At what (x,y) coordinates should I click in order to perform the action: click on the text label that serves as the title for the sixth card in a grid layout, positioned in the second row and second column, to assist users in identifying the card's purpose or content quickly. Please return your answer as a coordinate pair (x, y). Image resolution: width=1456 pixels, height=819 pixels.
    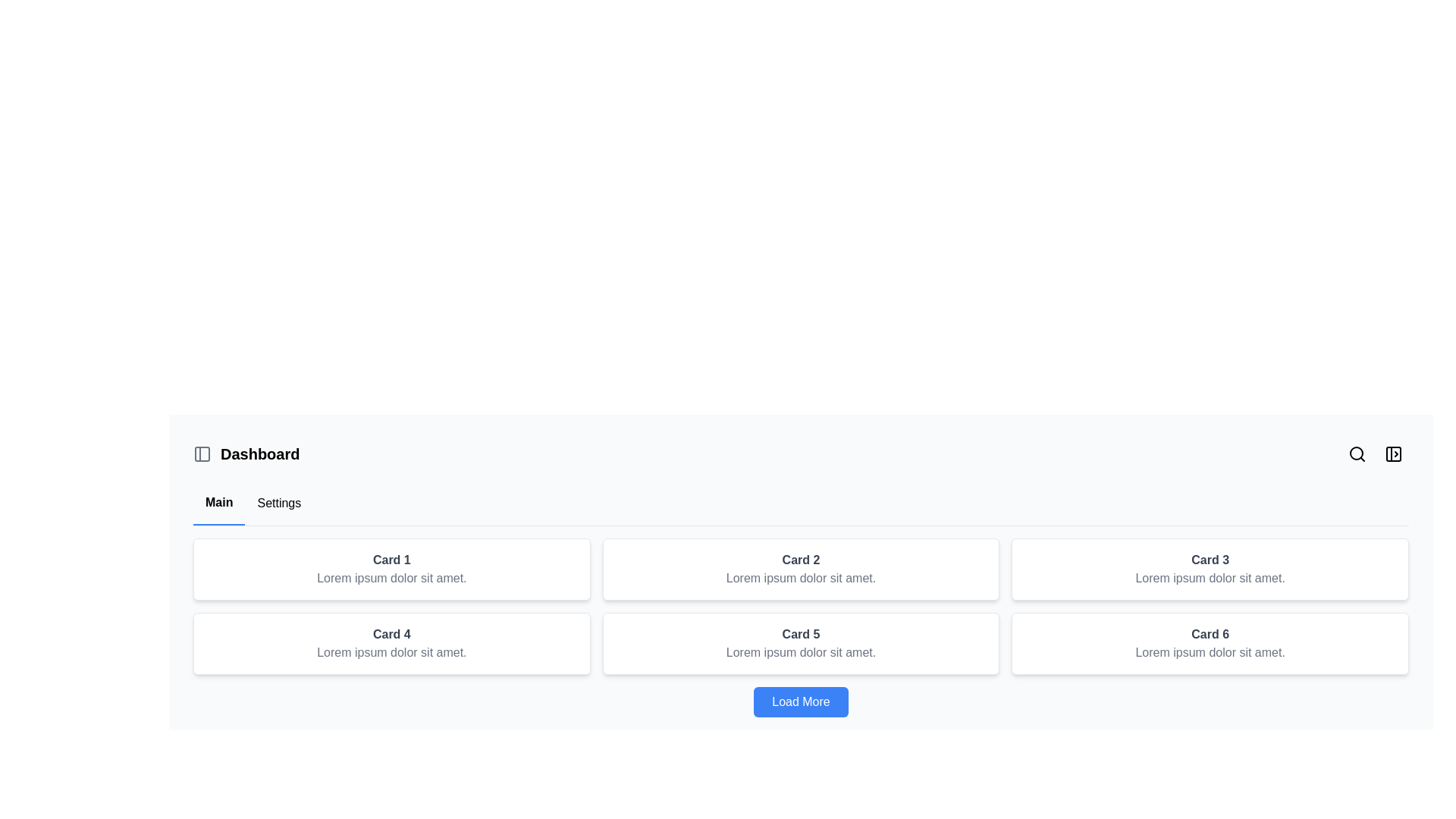
    Looking at the image, I should click on (1210, 635).